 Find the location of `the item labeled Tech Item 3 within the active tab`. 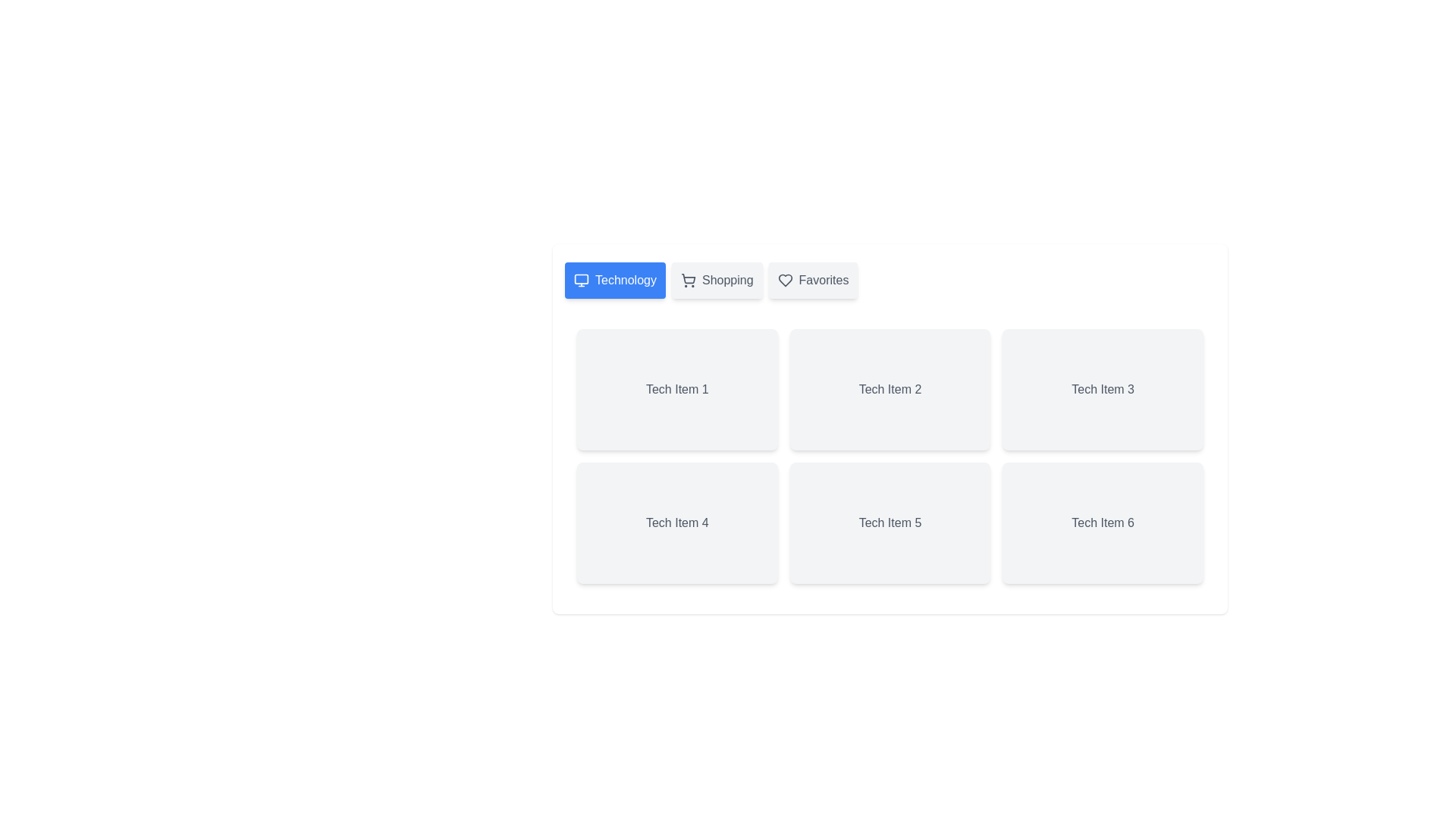

the item labeled Tech Item 3 within the active tab is located at coordinates (1103, 388).